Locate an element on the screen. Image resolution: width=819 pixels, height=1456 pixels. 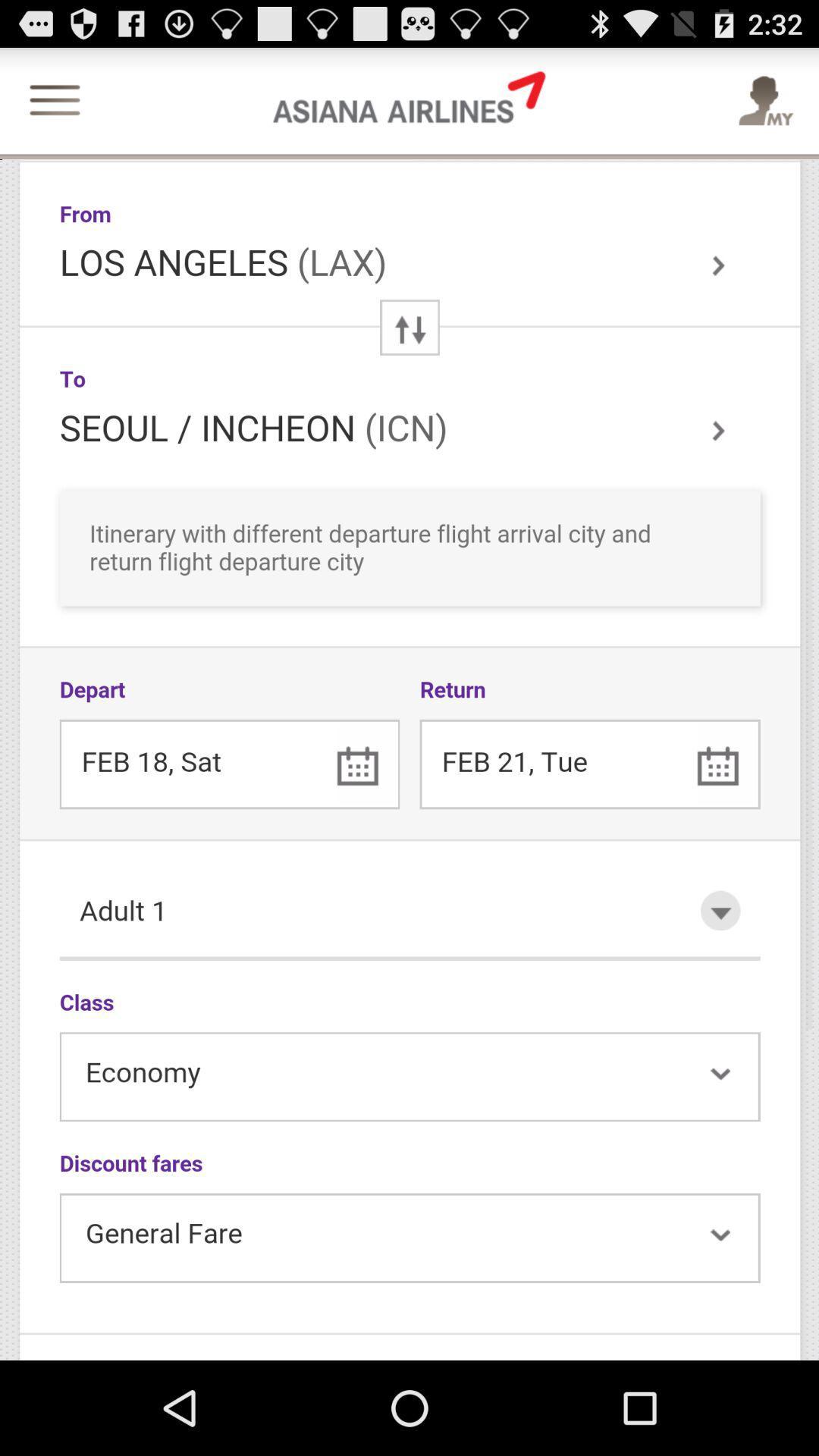
the menu icon is located at coordinates (54, 109).